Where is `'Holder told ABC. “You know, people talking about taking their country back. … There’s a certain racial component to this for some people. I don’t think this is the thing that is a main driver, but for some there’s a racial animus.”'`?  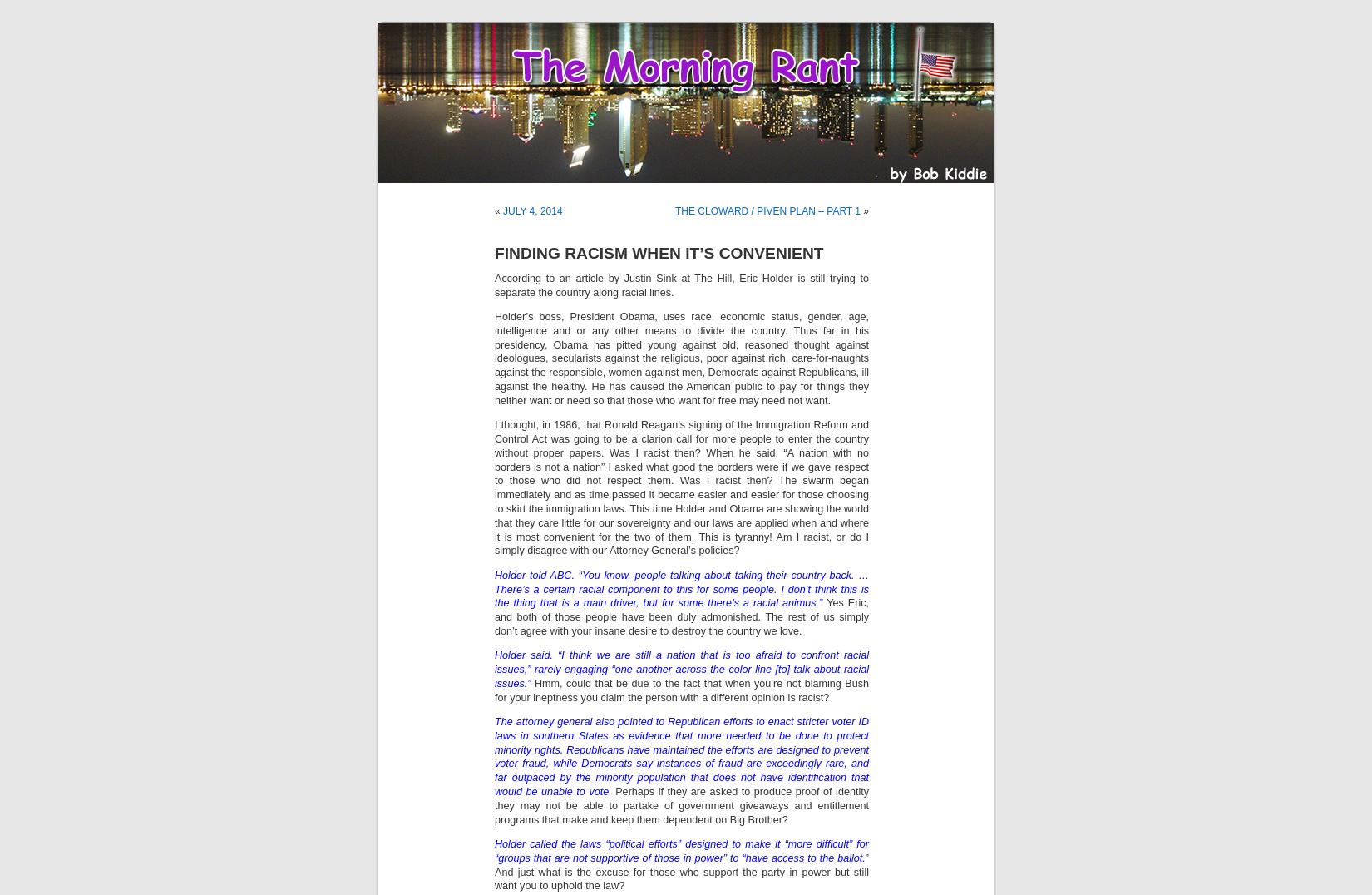 'Holder told ABC. “You know, people talking about taking their country back. … There’s a certain racial component to this for some people. I don’t think this is the thing that is a main driver, but for some there’s a racial animus.”' is located at coordinates (681, 589).